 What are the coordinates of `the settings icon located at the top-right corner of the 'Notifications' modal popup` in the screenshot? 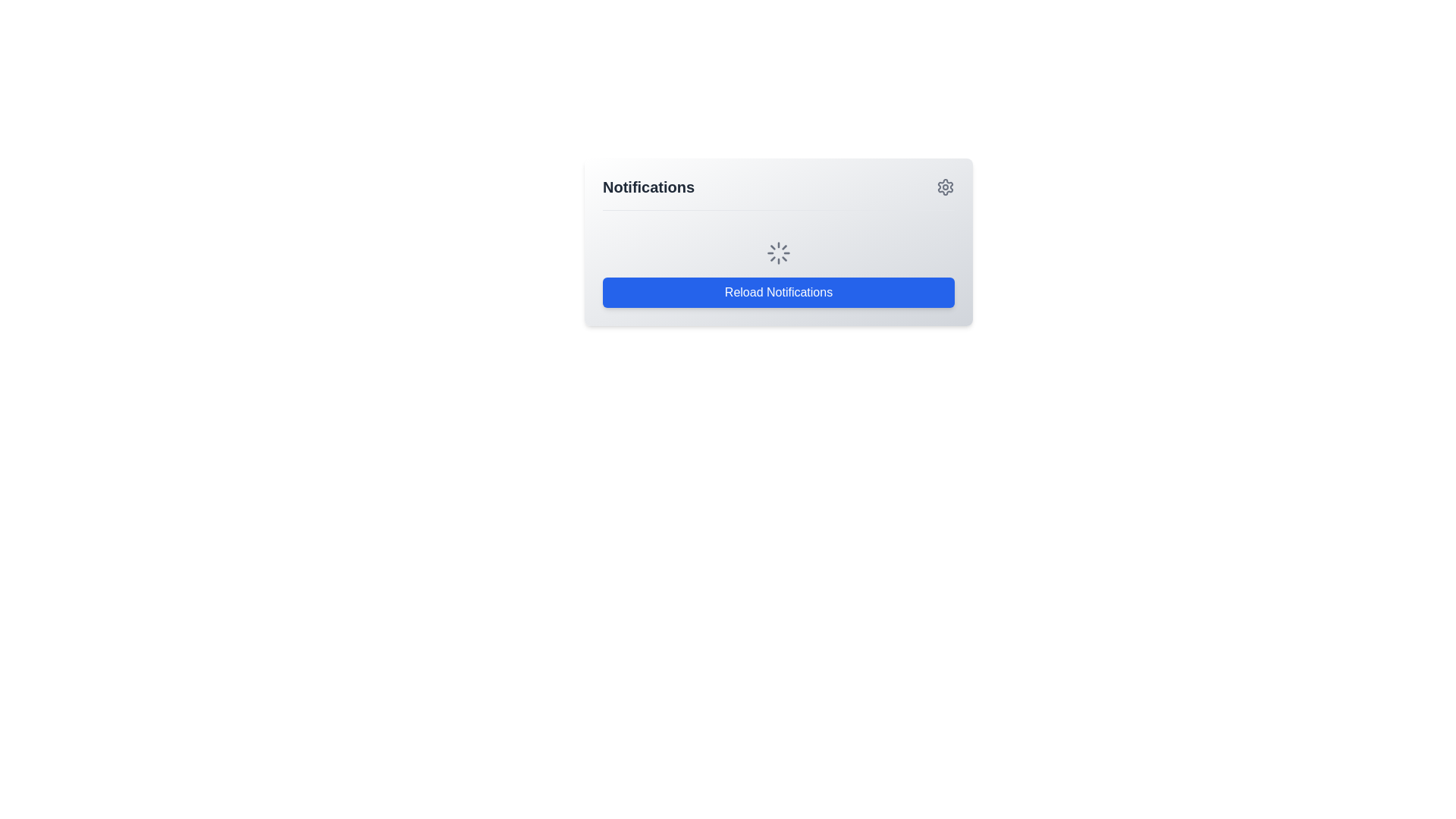 It's located at (945, 186).